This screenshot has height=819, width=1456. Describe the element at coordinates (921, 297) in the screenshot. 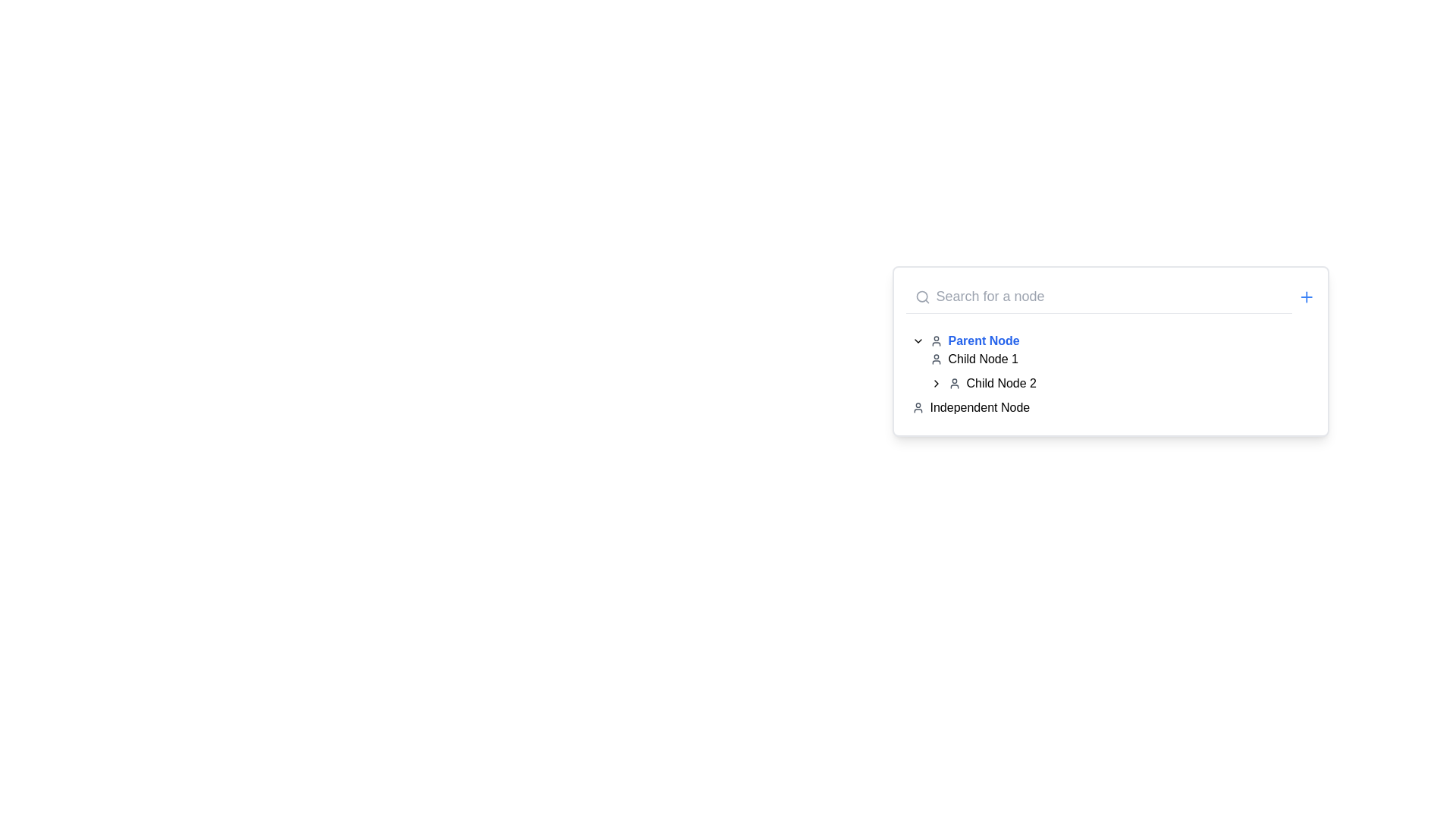

I see `the search icon located on the left side of the input bar` at that location.